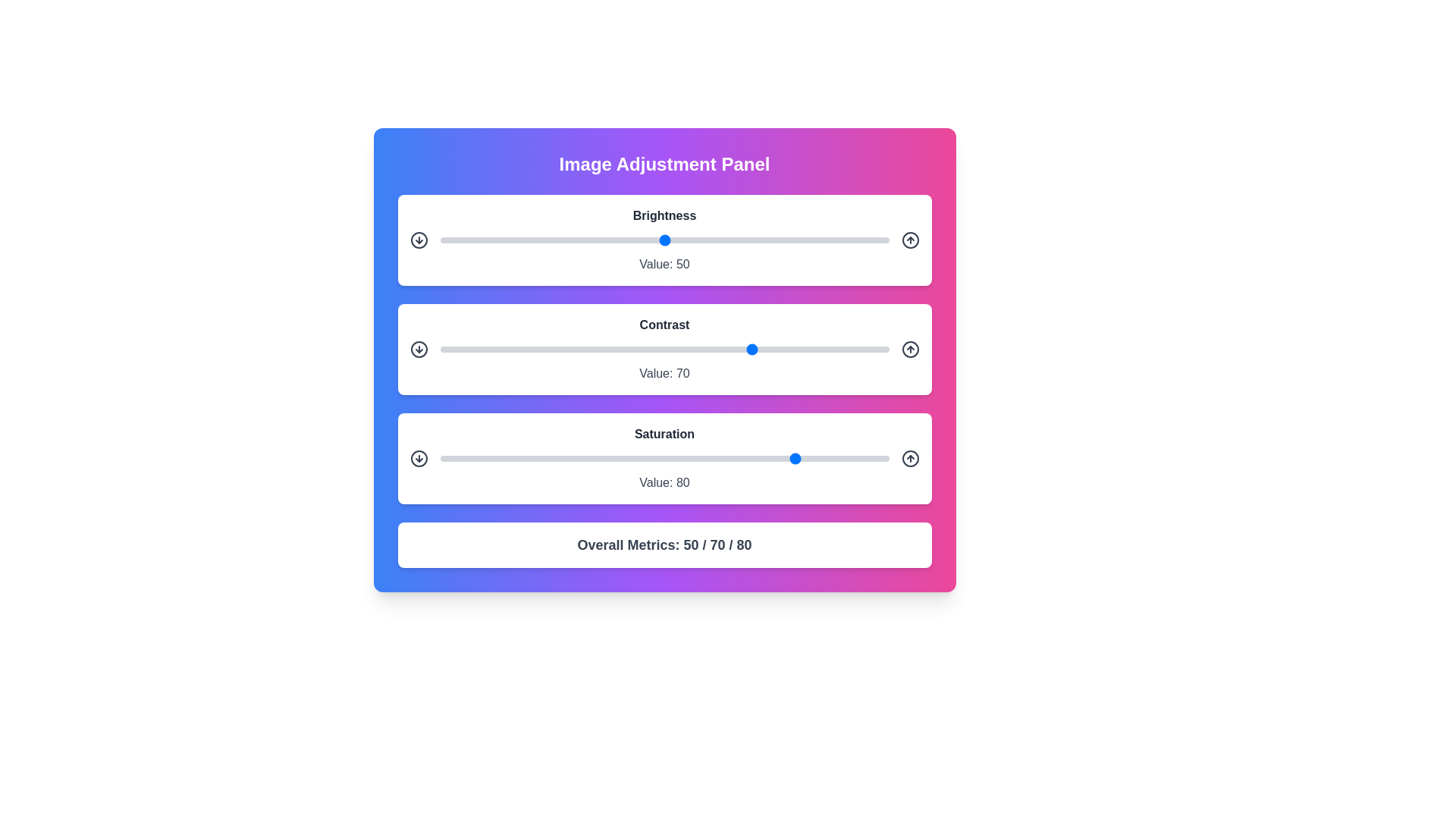  I want to click on the slider value, so click(596, 458).